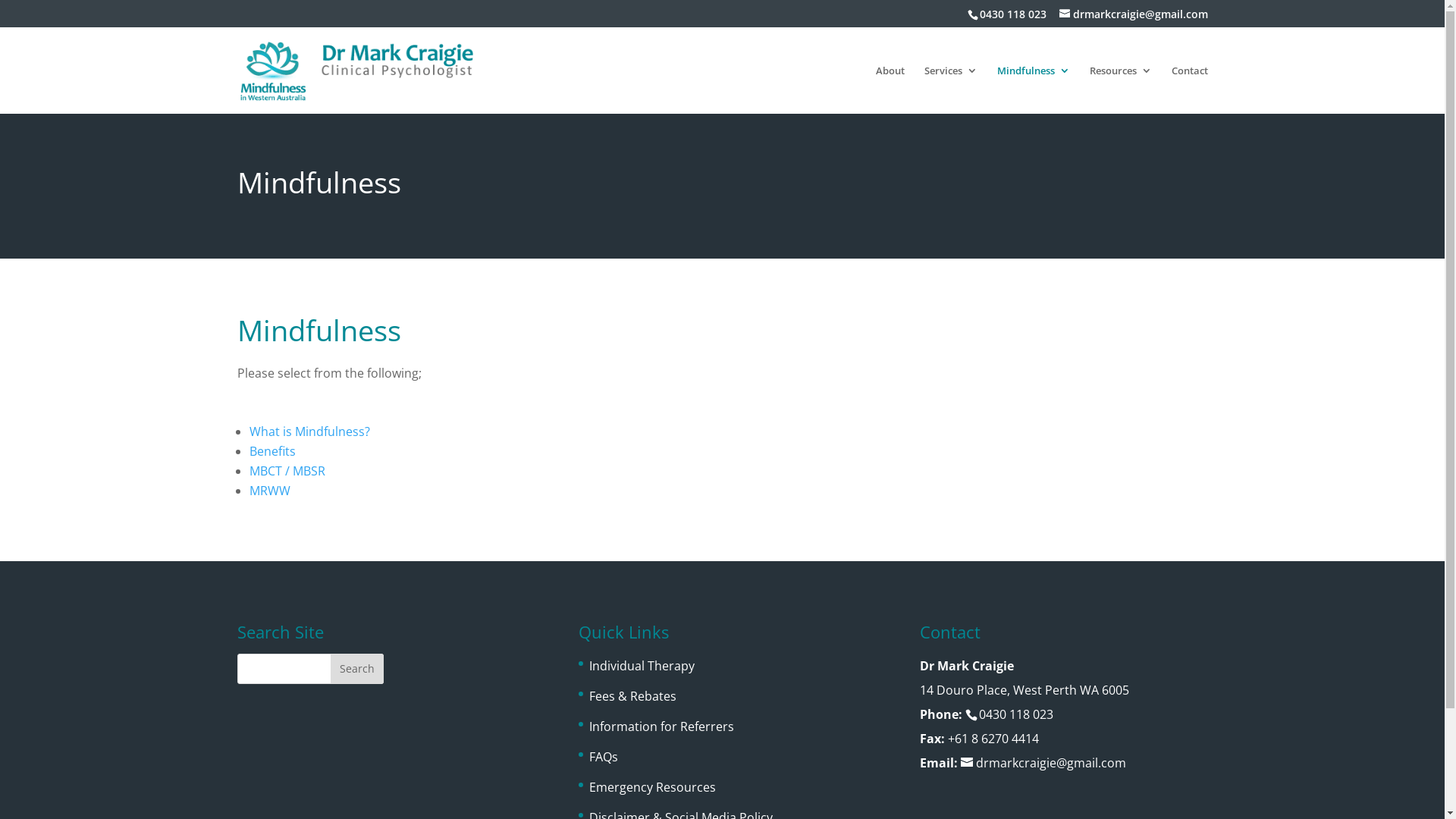  I want to click on 'drmarkcraigie@gmail.com', so click(1132, 13).